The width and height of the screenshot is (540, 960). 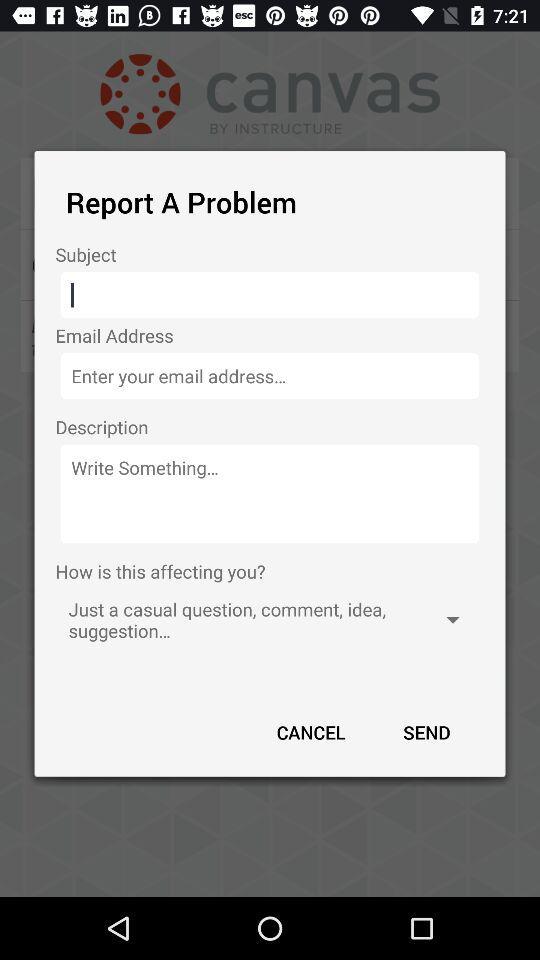 I want to click on the item at the bottom, so click(x=311, y=731).